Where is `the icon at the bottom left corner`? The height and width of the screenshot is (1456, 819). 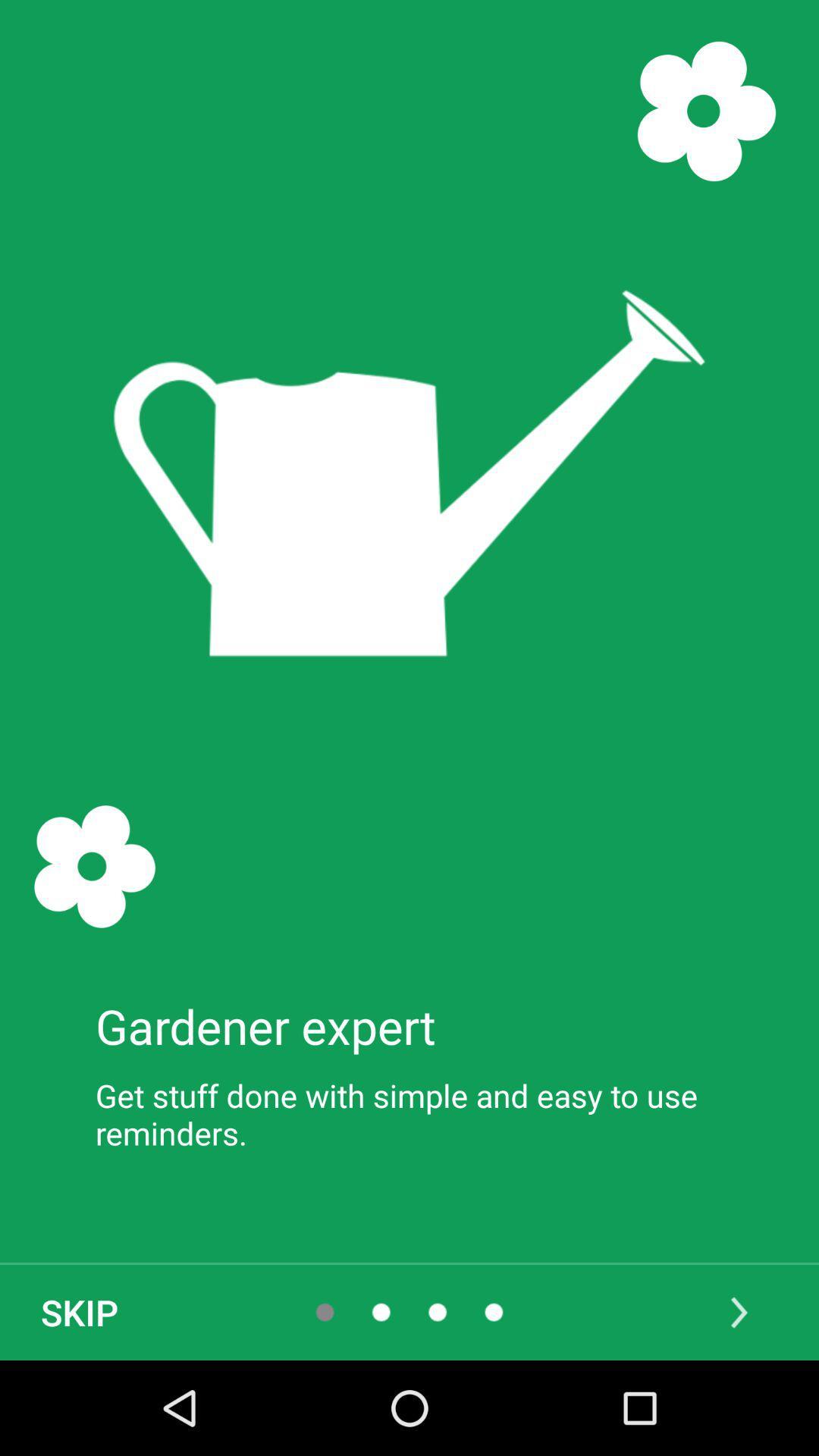 the icon at the bottom left corner is located at coordinates (79, 1312).